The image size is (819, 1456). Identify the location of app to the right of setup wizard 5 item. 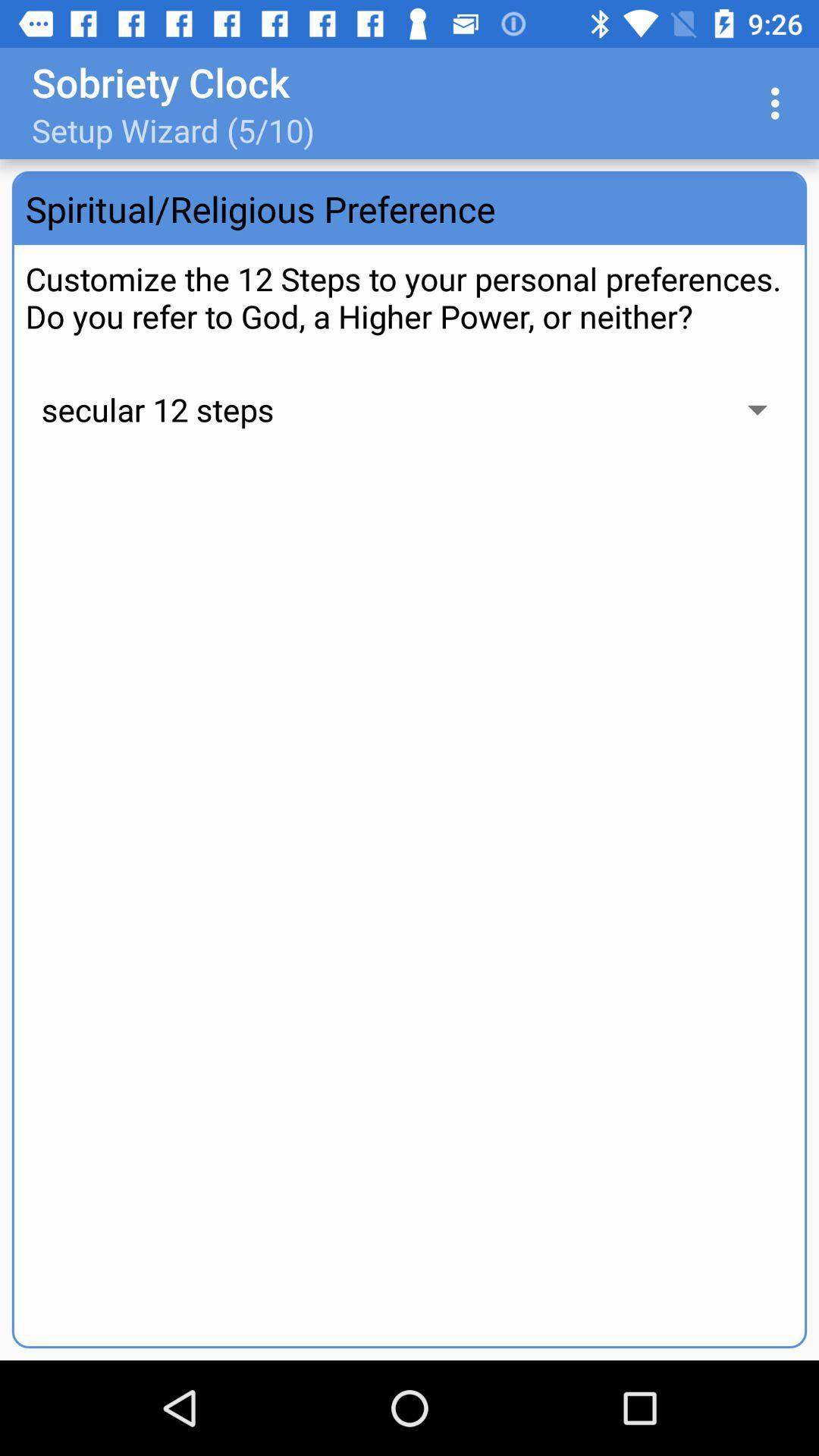
(779, 102).